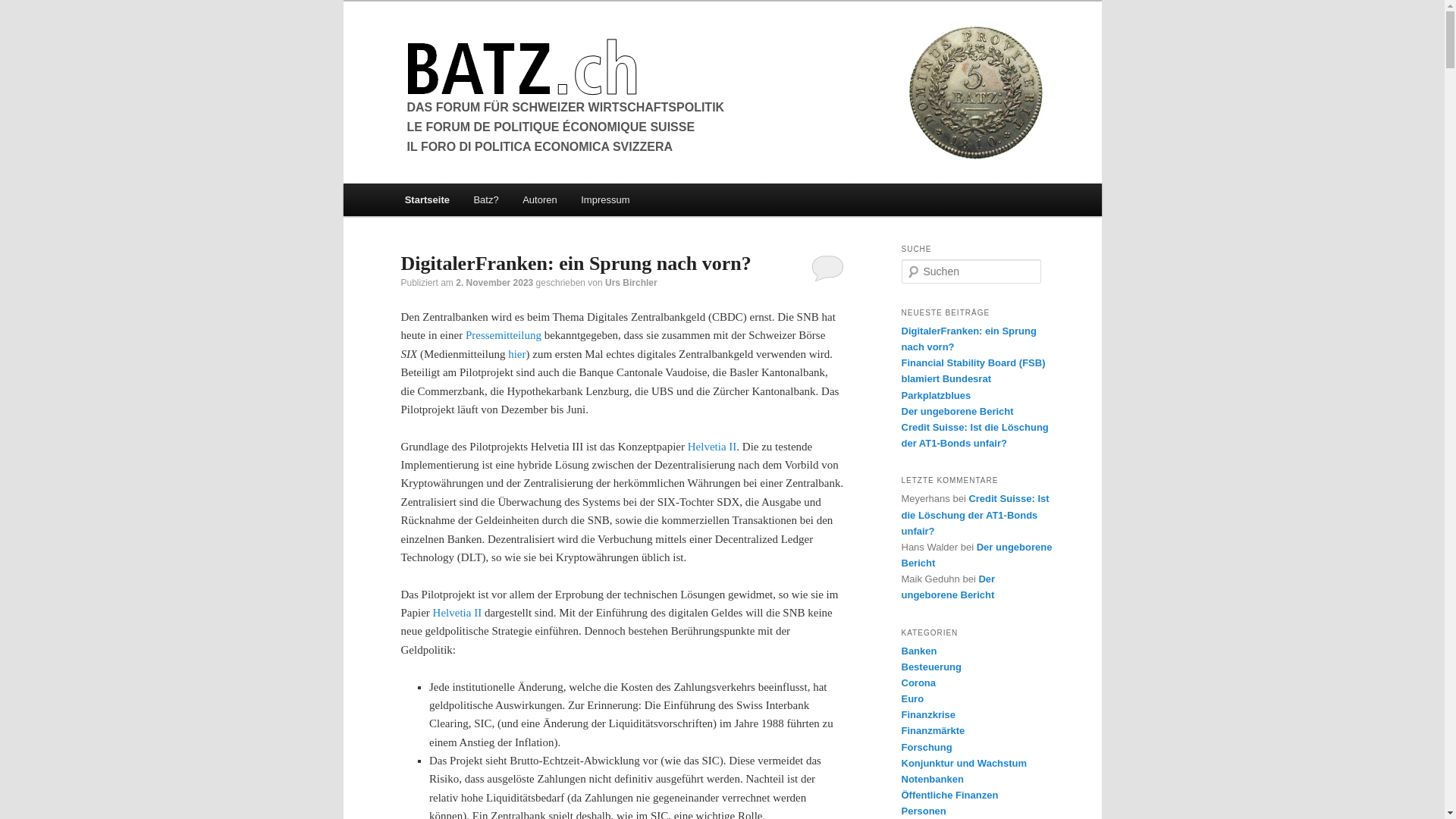 This screenshot has width=1456, height=819. I want to click on 'Corona', so click(917, 682).